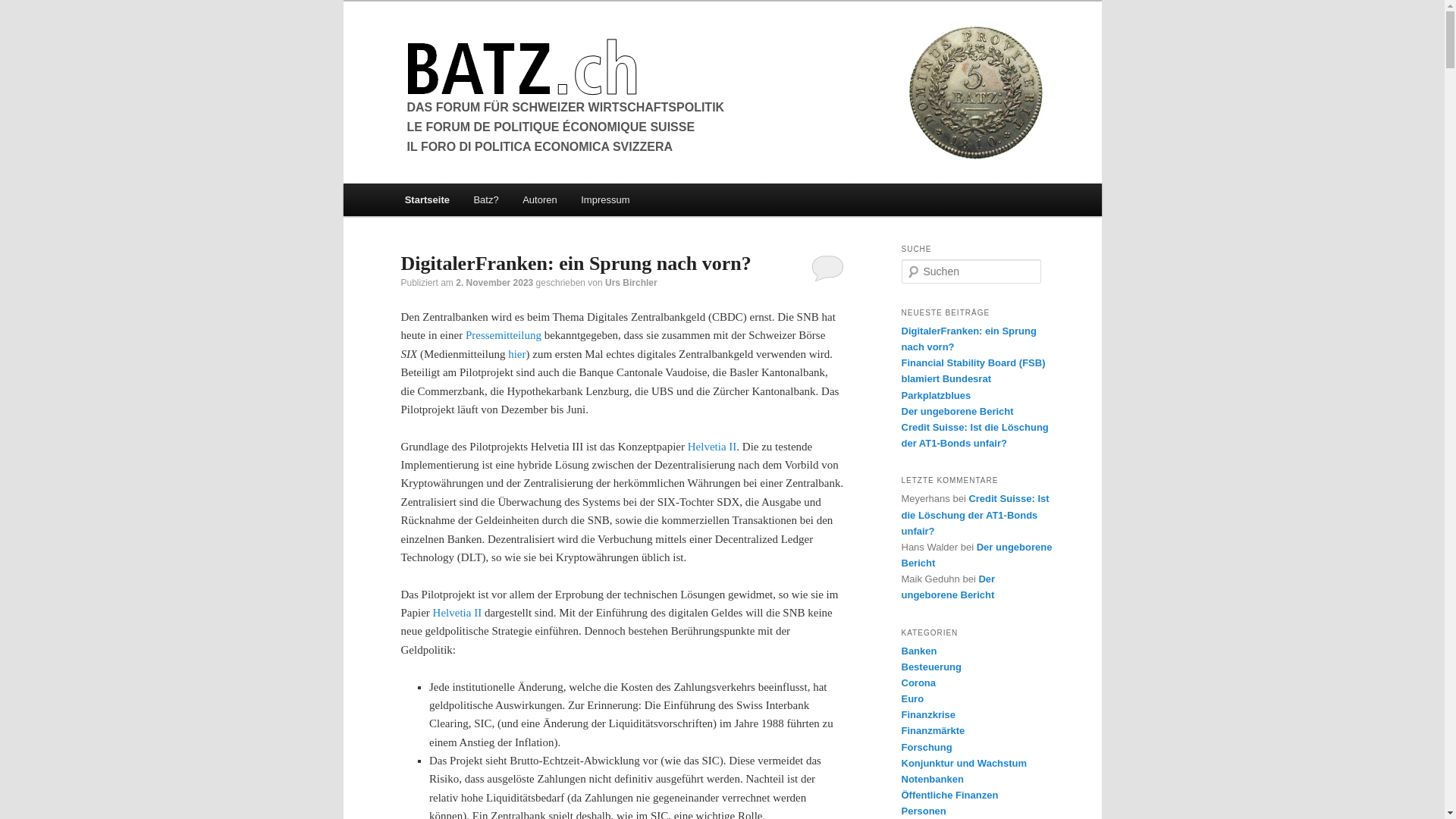 This screenshot has width=1456, height=819. I want to click on 'Corona', so click(917, 682).